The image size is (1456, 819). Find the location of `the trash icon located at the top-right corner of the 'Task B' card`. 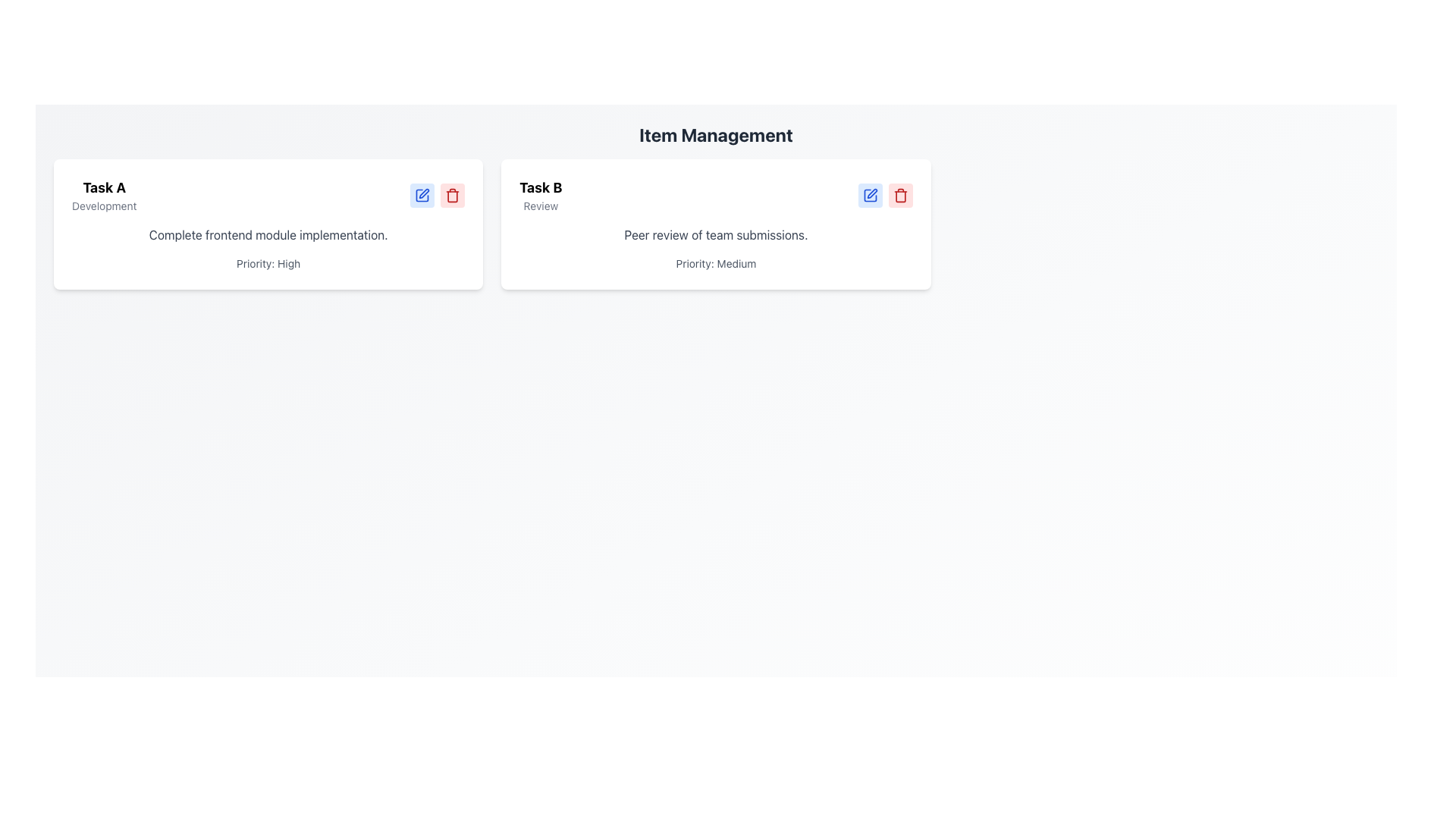

the trash icon located at the top-right corner of the 'Task B' card is located at coordinates (452, 196).